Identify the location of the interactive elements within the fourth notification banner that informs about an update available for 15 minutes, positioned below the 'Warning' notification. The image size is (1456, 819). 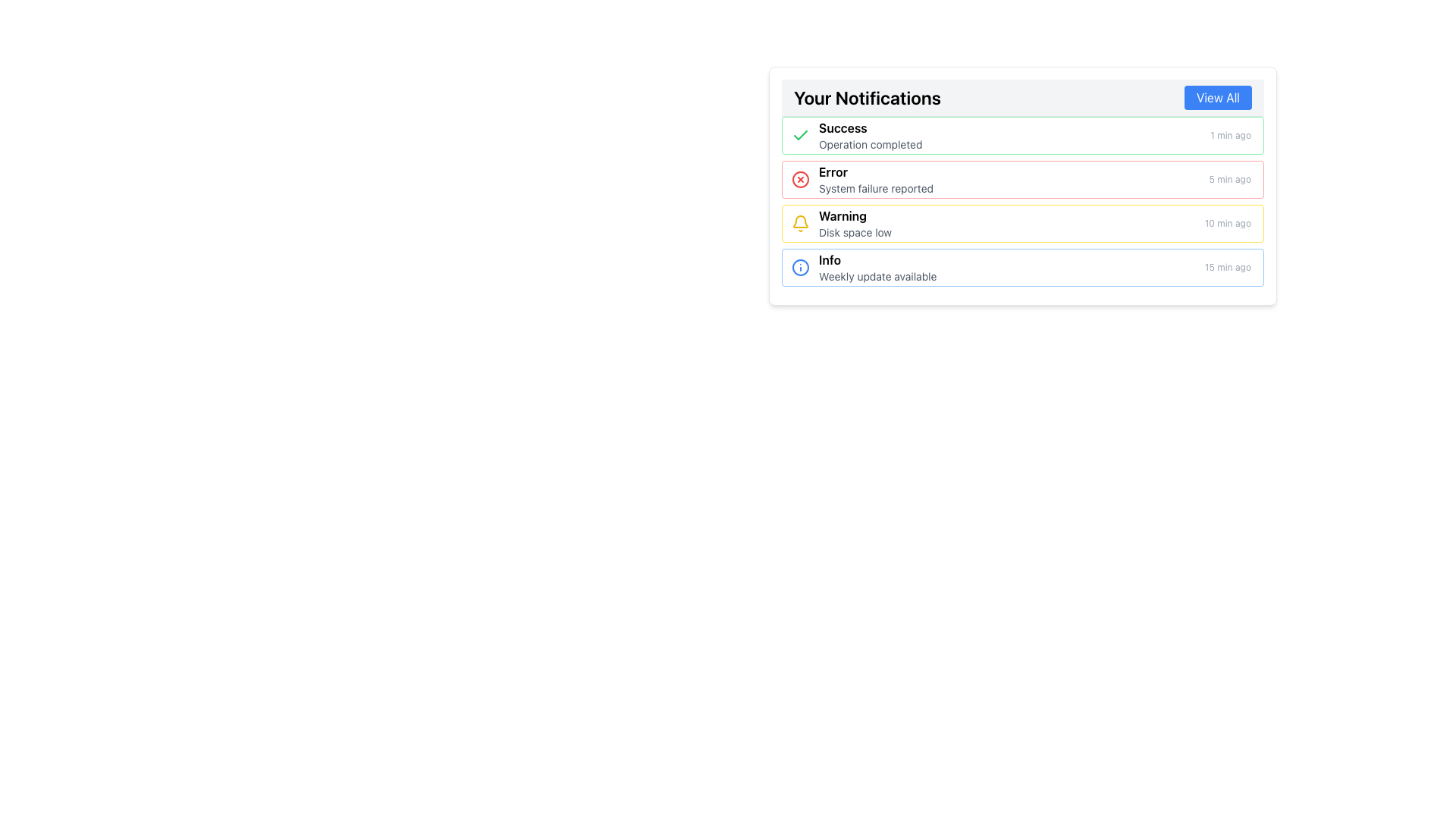
(1022, 267).